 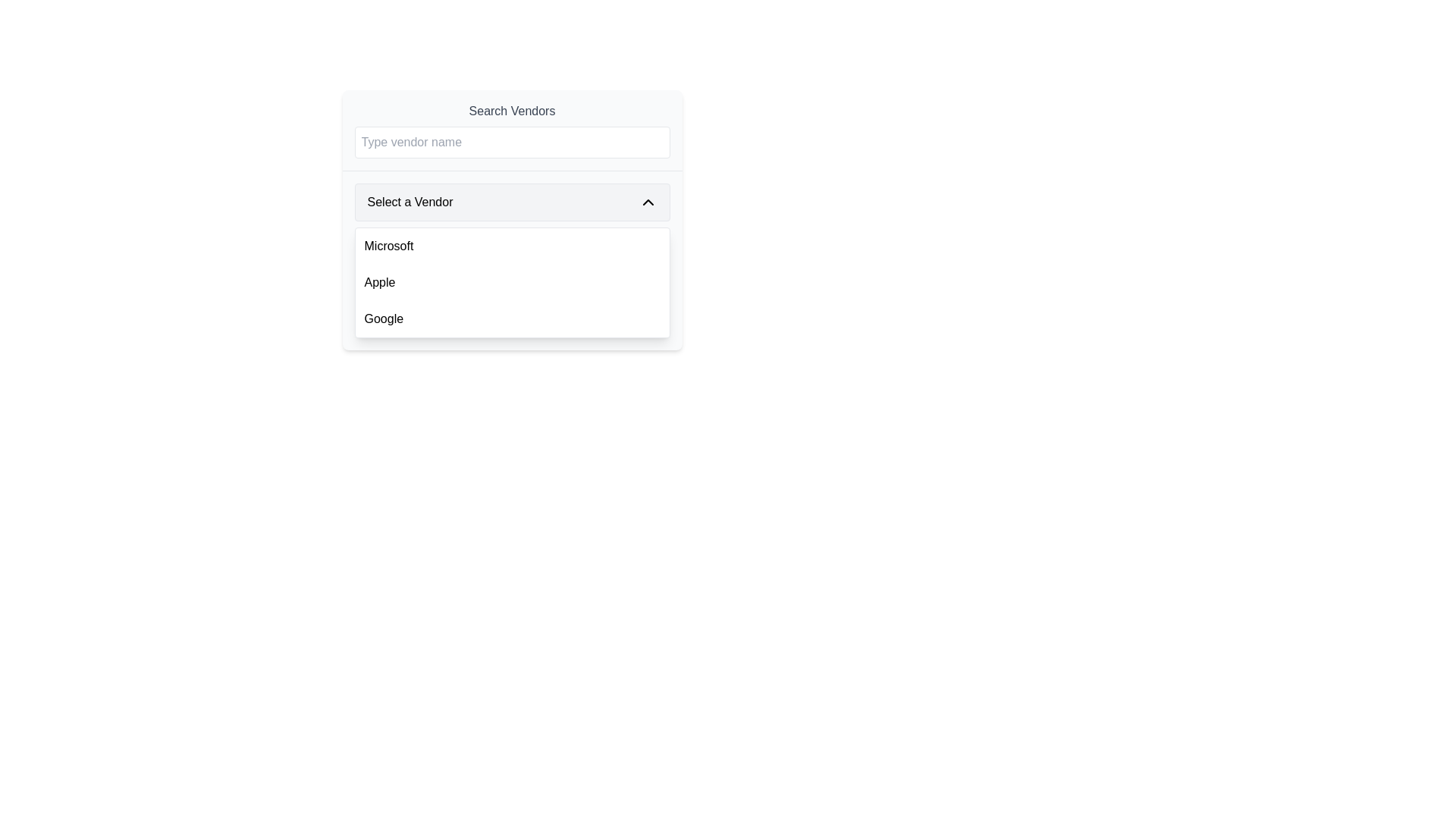 What do you see at coordinates (512, 318) in the screenshot?
I see `the selectable list item representing 'Google' in the dropdown menu` at bounding box center [512, 318].